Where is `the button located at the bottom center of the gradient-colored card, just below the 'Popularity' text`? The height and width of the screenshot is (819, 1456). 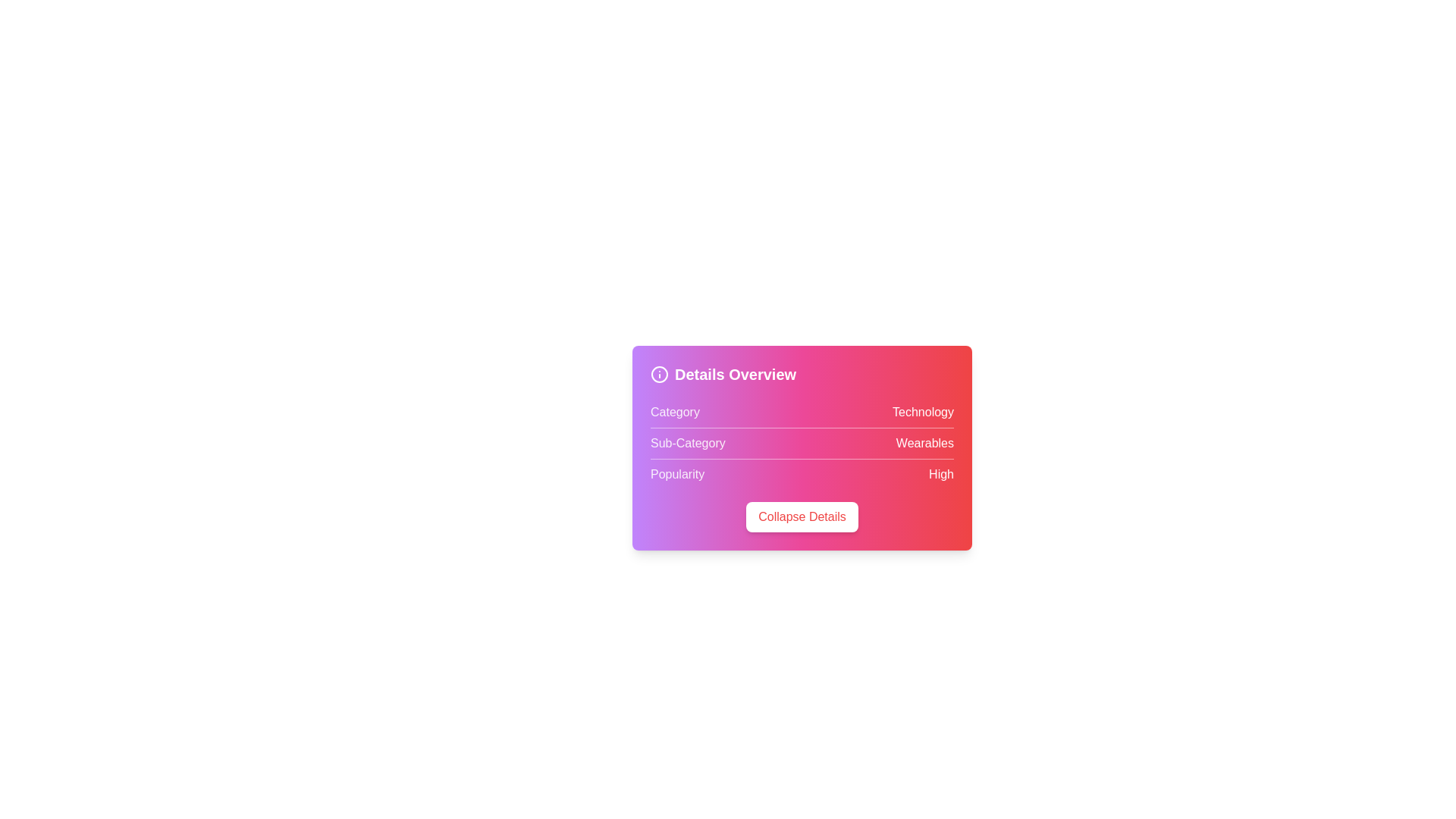
the button located at the bottom center of the gradient-colored card, just below the 'Popularity' text is located at coordinates (801, 516).